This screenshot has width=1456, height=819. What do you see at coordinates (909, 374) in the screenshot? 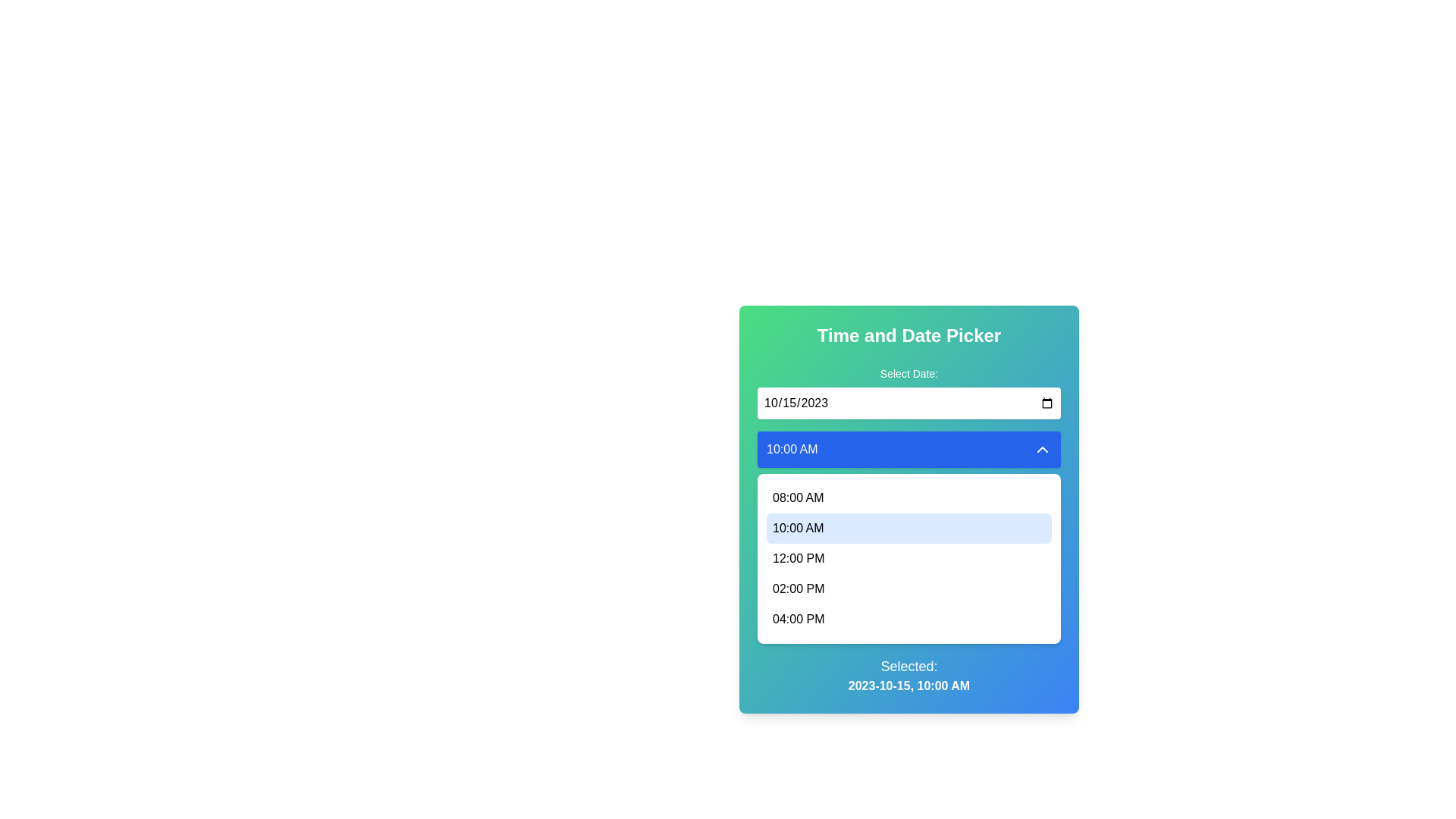
I see `label that provides context for the date input field located at the top section of the interface, positioned directly above the date input field` at bounding box center [909, 374].